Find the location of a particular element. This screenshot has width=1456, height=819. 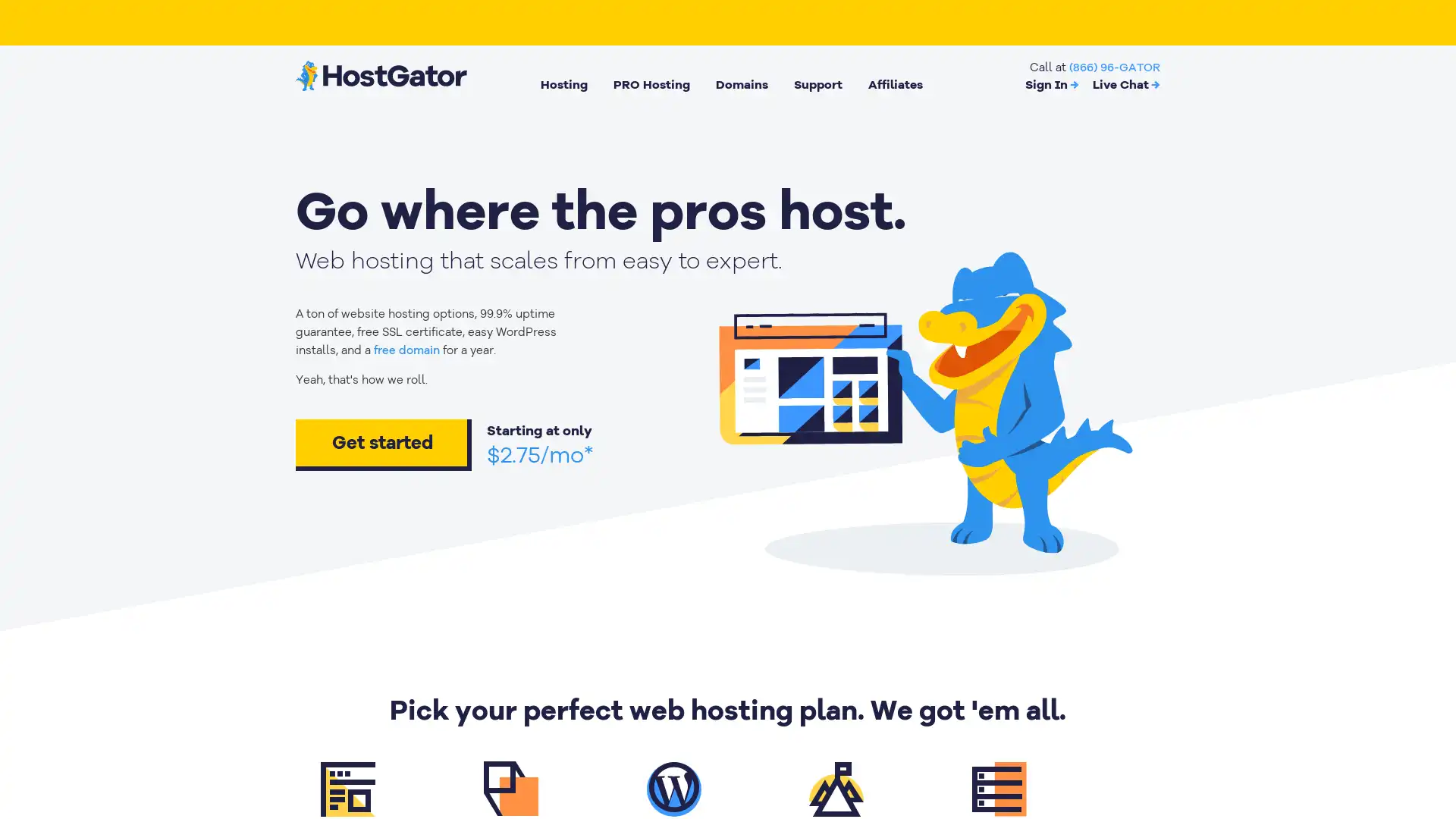

Got It is located at coordinates (154, 719).